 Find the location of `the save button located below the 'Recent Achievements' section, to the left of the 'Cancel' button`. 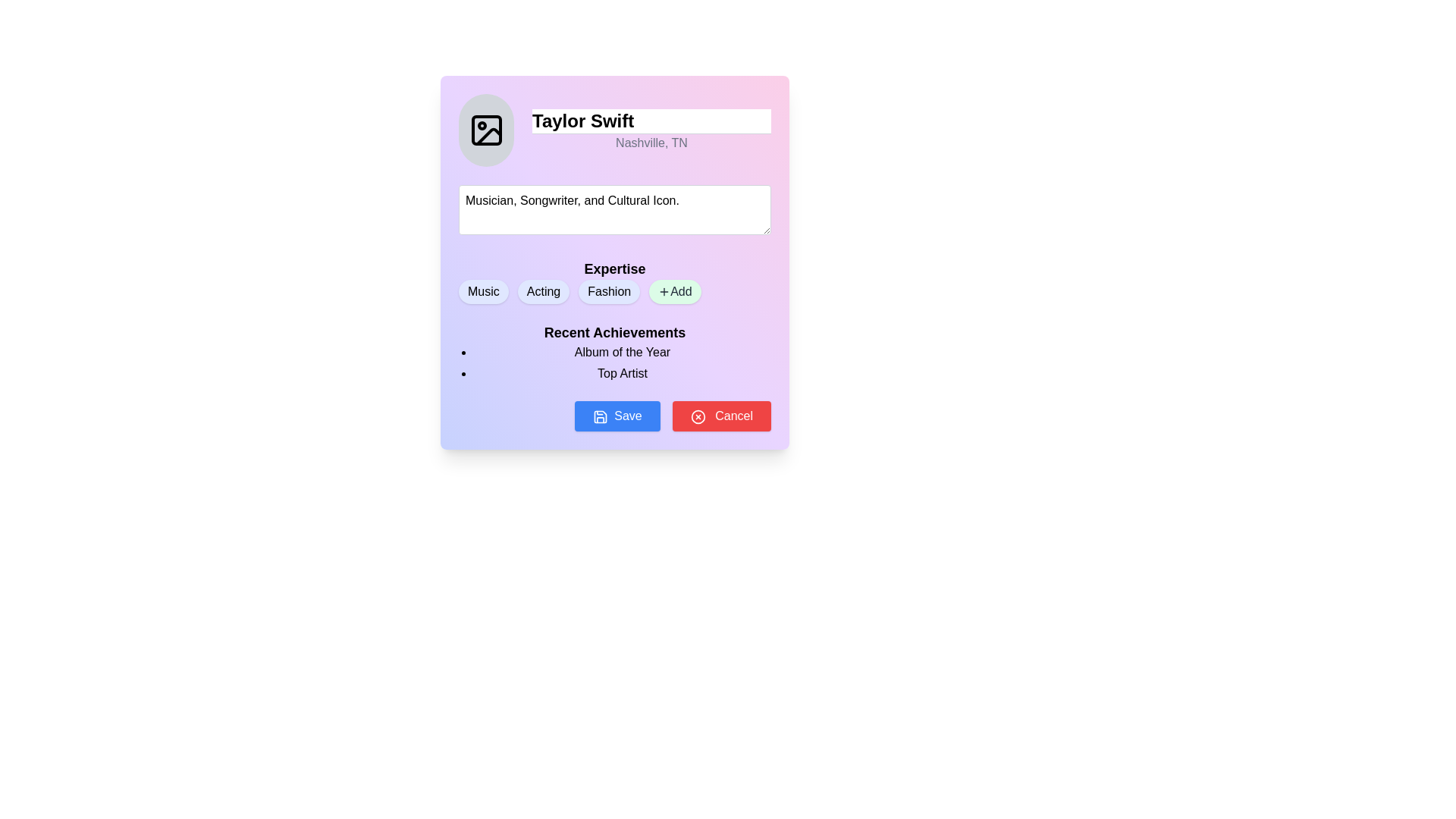

the save button located below the 'Recent Achievements' section, to the left of the 'Cancel' button is located at coordinates (600, 416).